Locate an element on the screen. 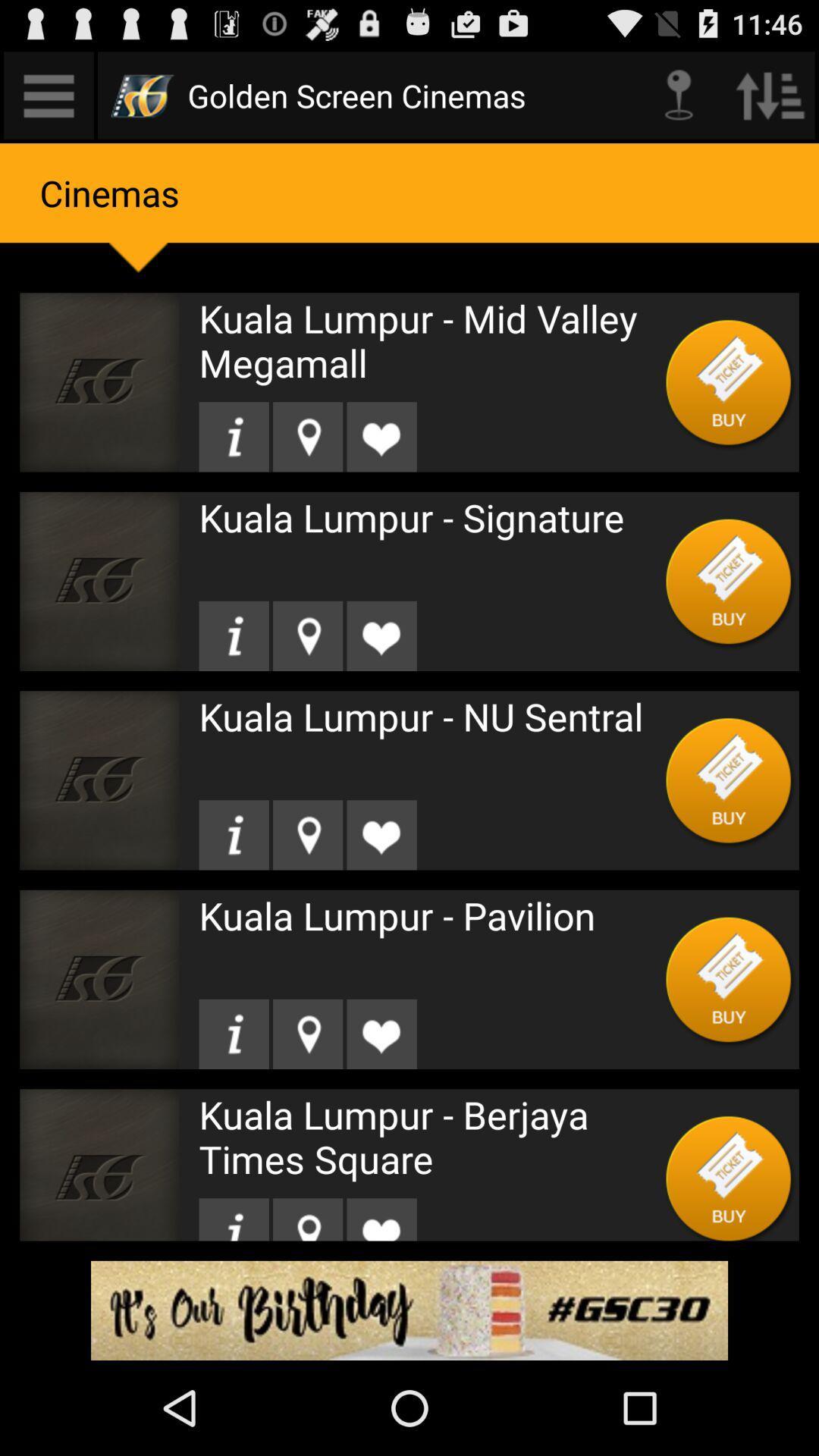  favorite is located at coordinates (381, 635).